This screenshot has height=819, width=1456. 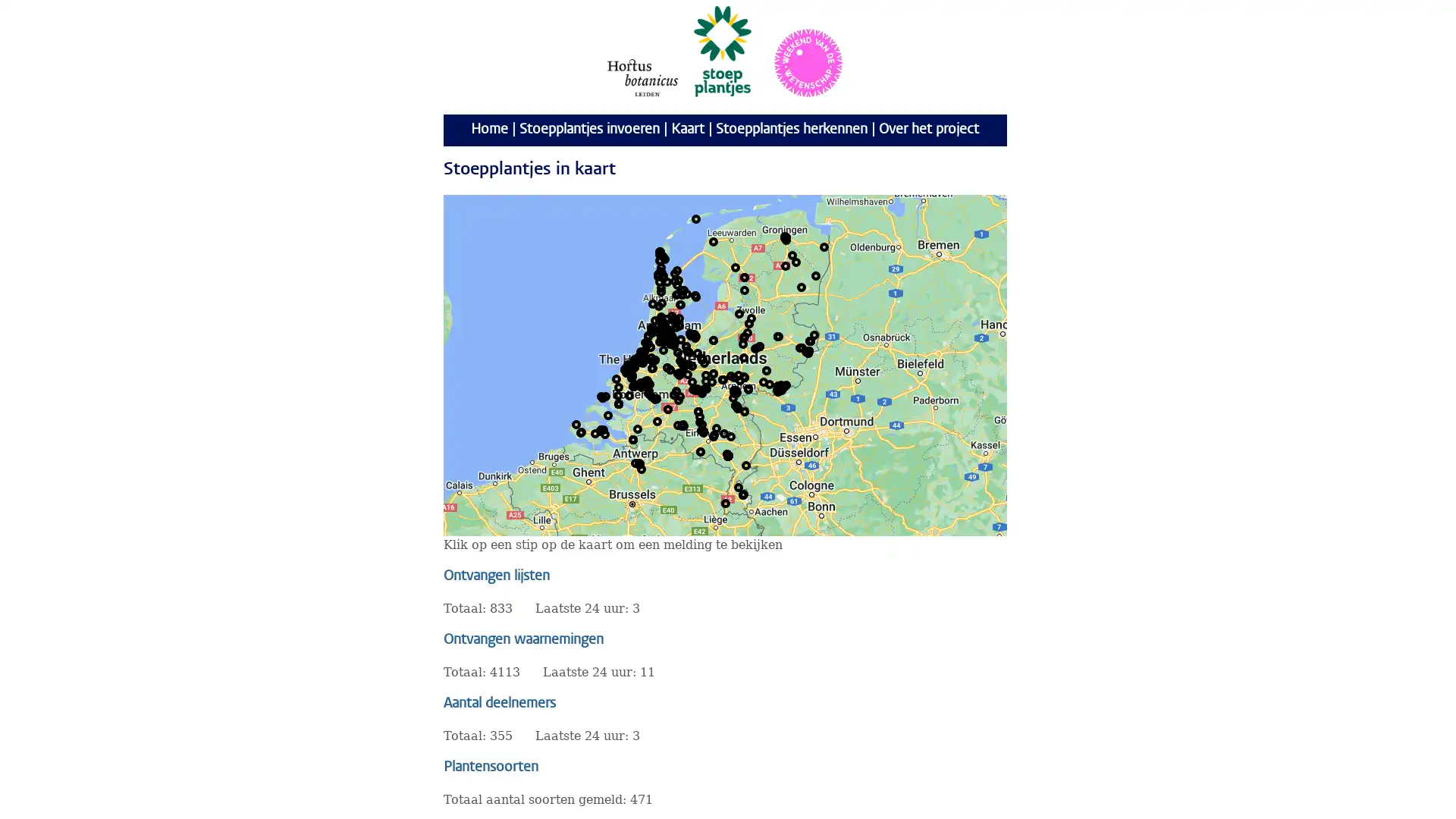 What do you see at coordinates (807, 351) in the screenshot?
I see `Telling van Marcel Meijer Hof op 05 februari 2022` at bounding box center [807, 351].